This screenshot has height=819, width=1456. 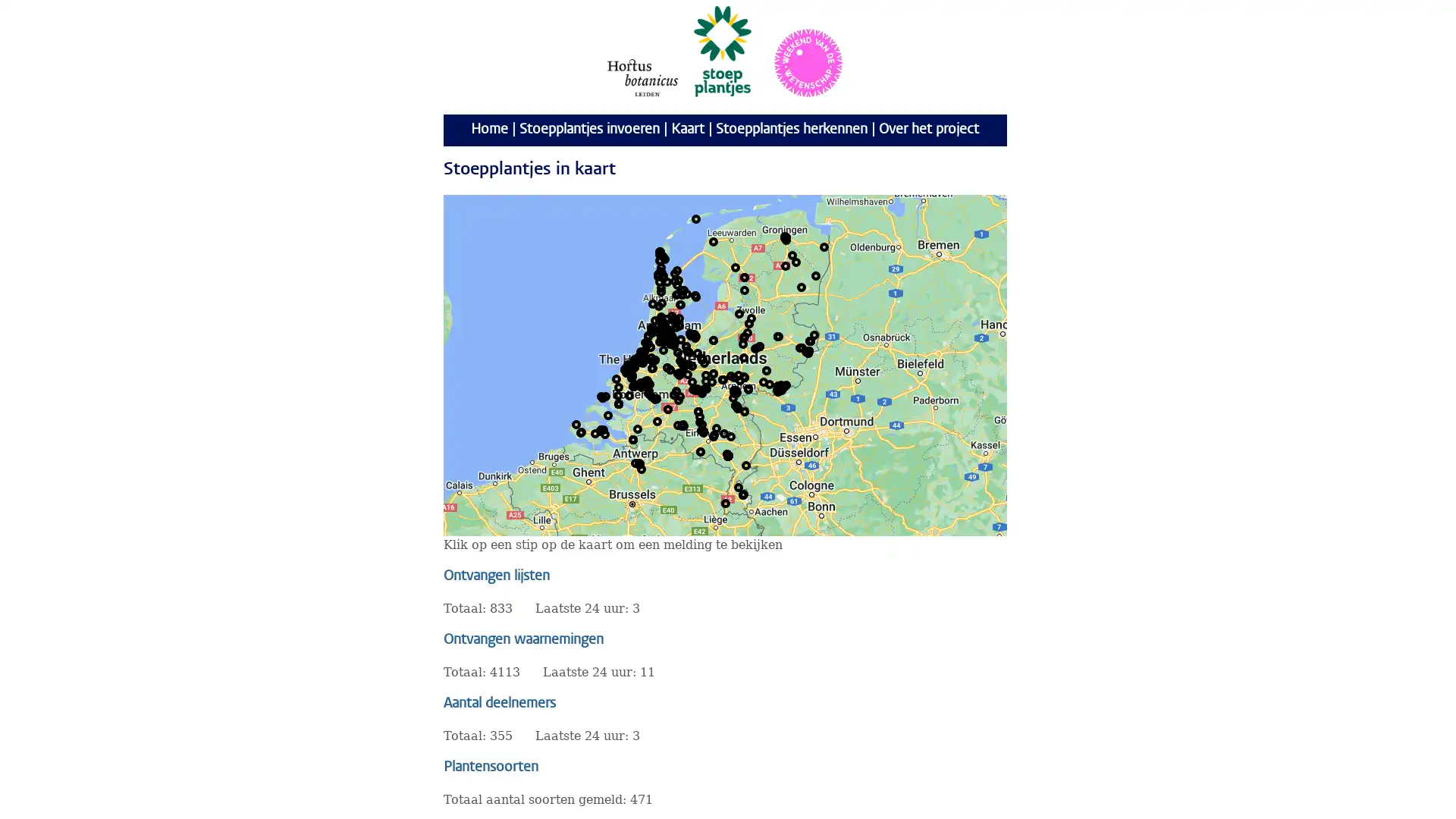 What do you see at coordinates (807, 351) in the screenshot?
I see `Telling van Marcel Meijer Hof op 05 februari 2022` at bounding box center [807, 351].